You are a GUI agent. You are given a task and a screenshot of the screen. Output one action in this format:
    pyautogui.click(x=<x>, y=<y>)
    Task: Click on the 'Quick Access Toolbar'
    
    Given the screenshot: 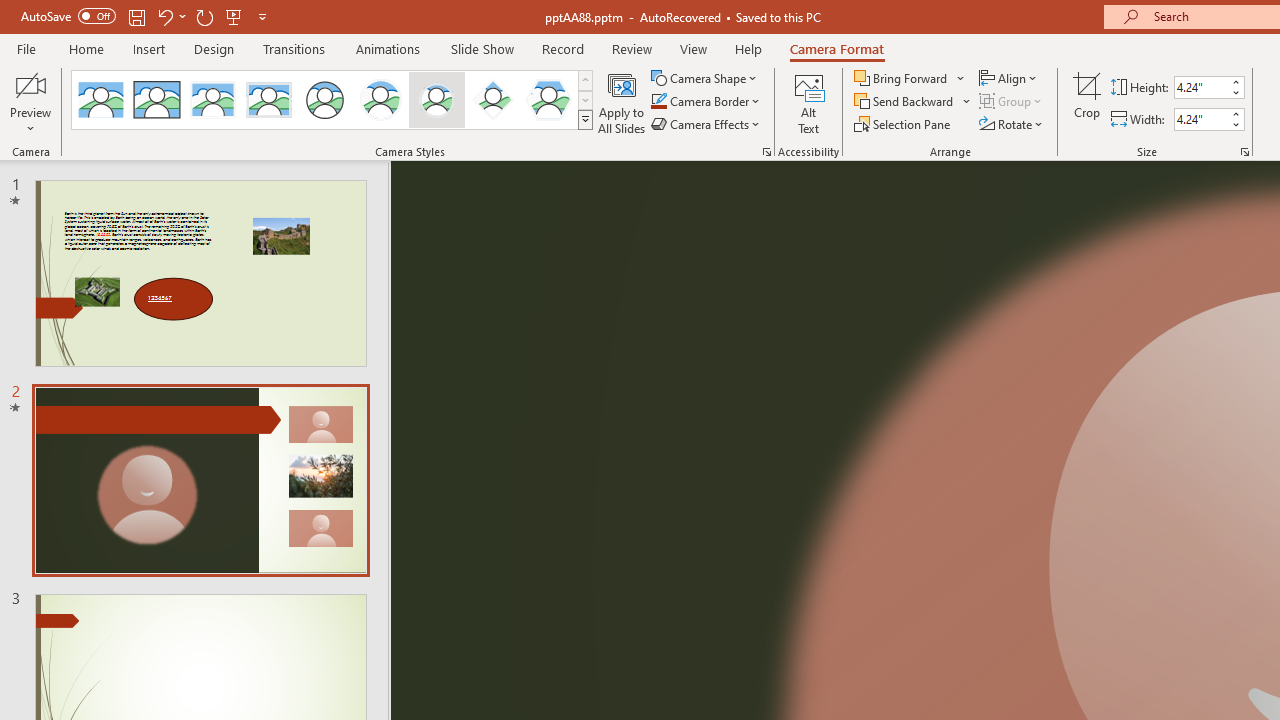 What is the action you would take?
    pyautogui.click(x=144, y=16)
    